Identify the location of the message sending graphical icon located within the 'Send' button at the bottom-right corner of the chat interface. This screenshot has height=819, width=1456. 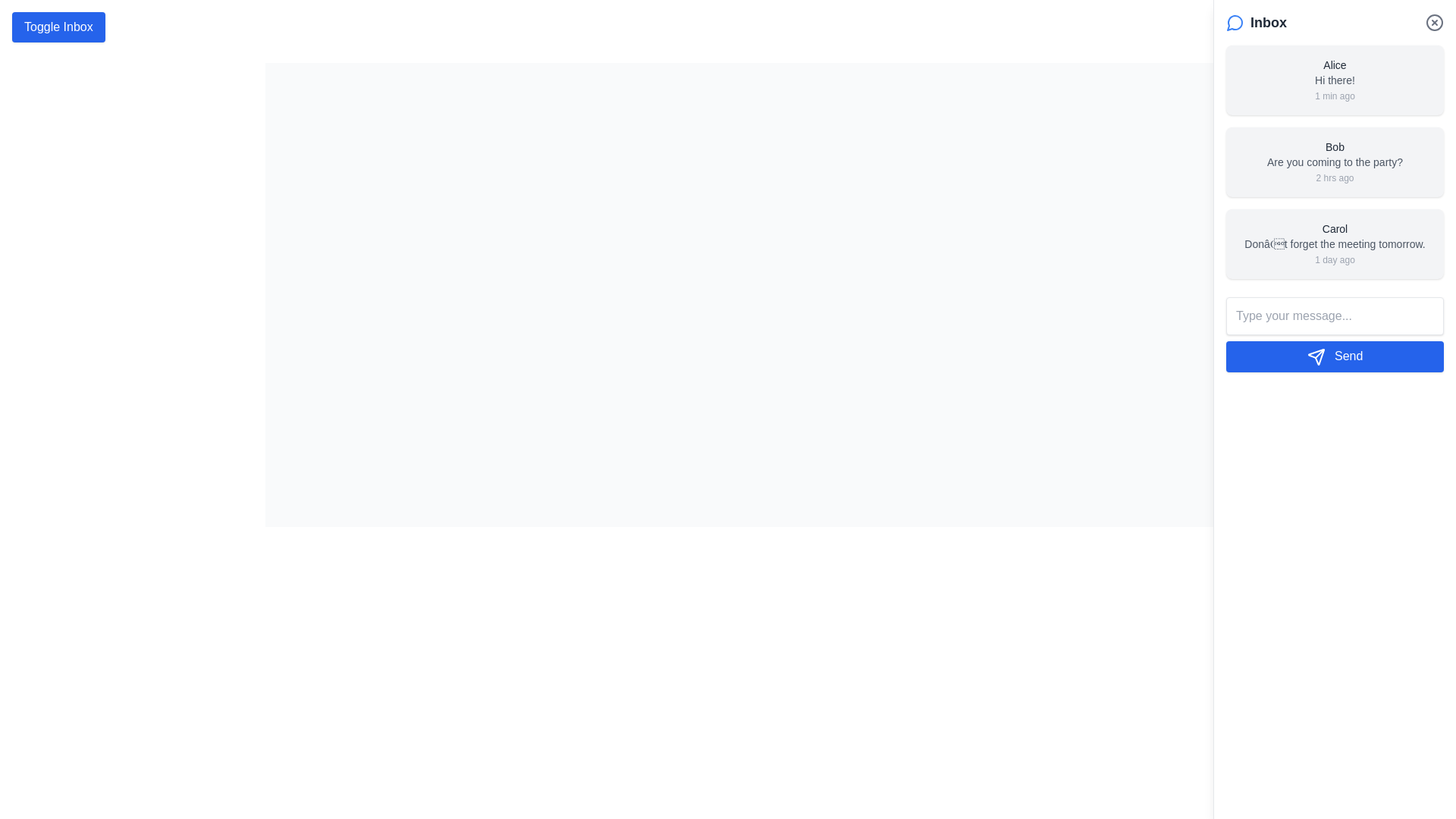
(1315, 356).